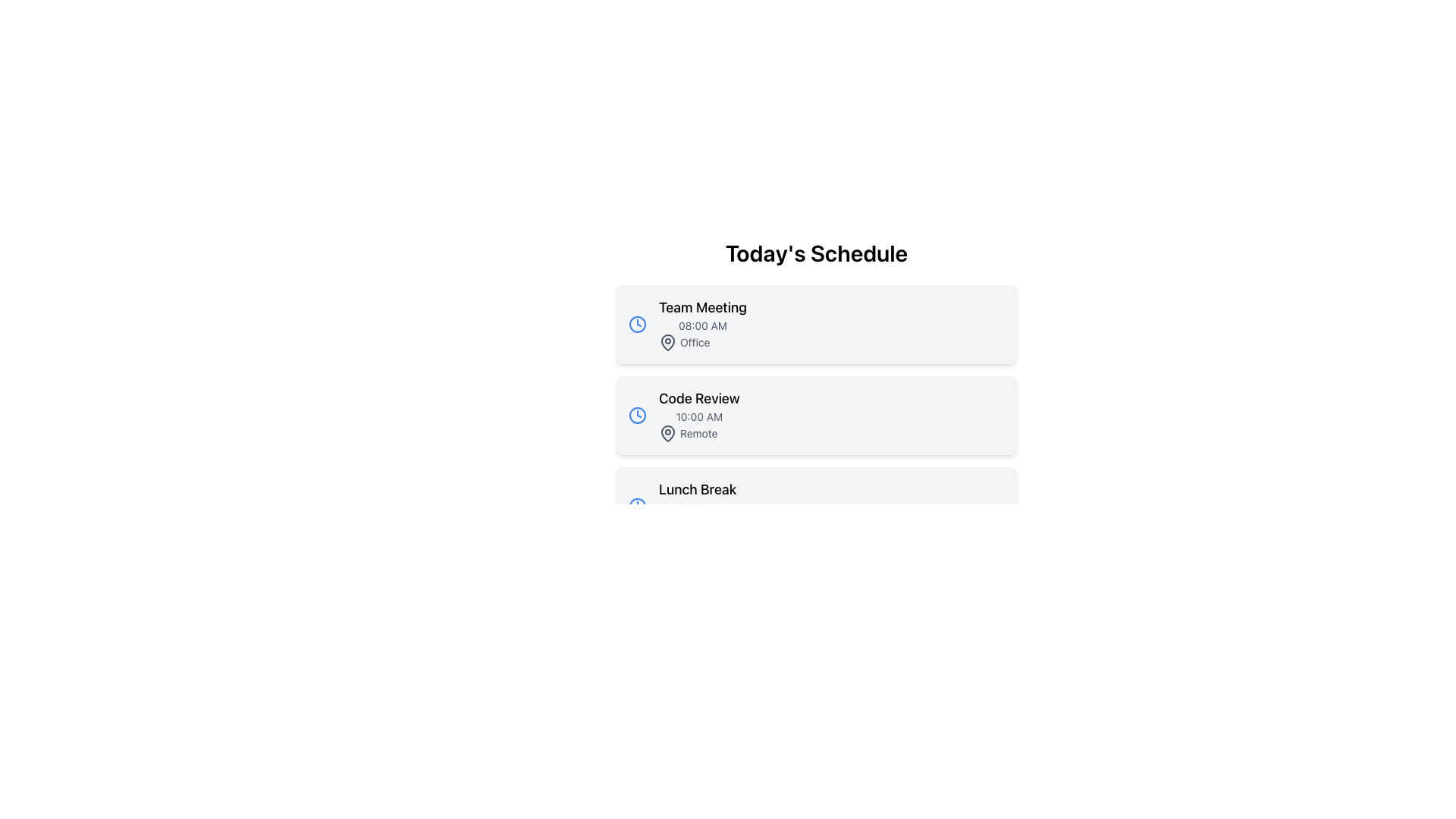  I want to click on the clock icon associated with the 'Lunch Break' block, which indicates the time '12:30 PM', so click(637, 506).